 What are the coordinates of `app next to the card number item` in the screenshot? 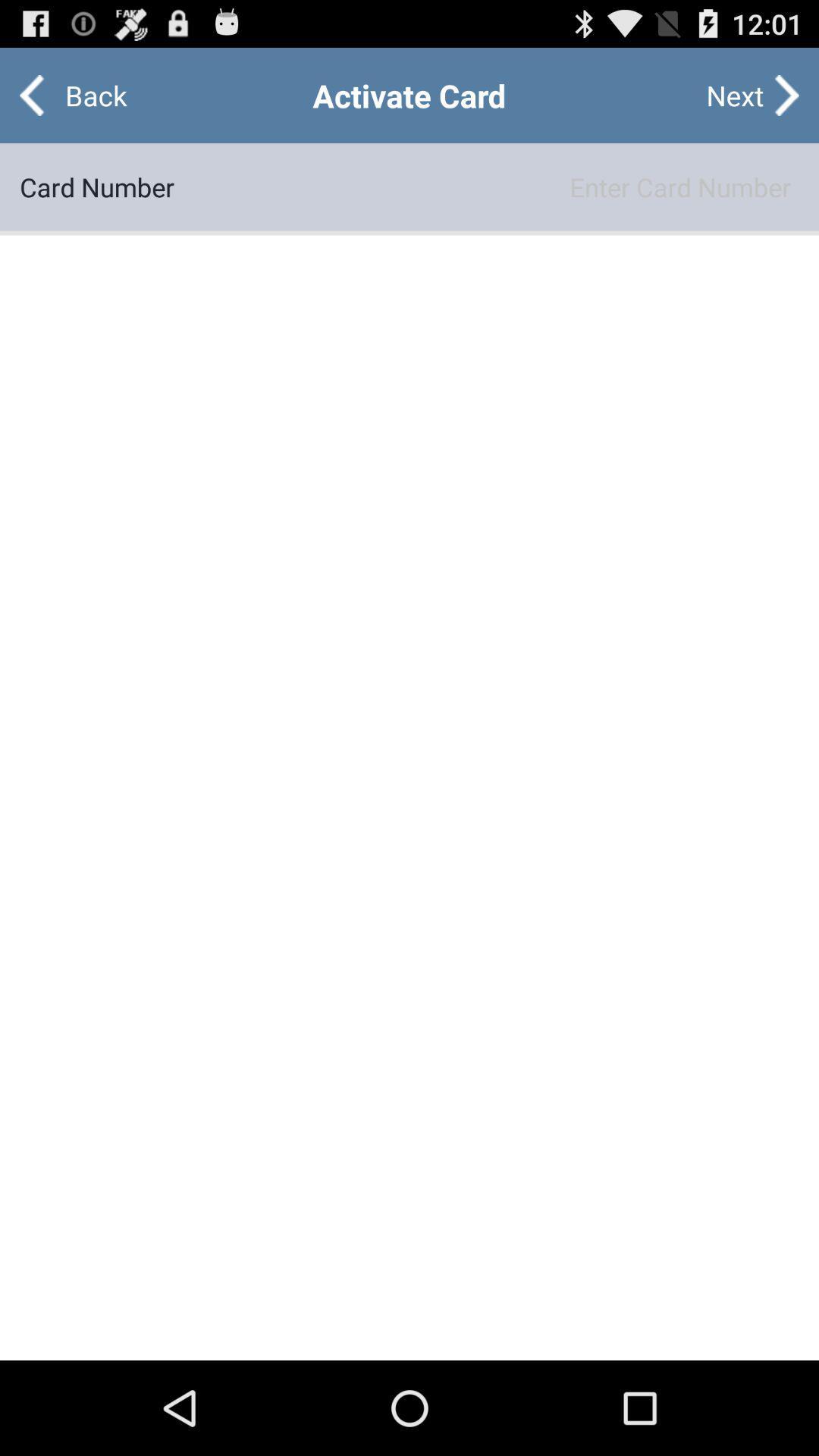 It's located at (486, 186).